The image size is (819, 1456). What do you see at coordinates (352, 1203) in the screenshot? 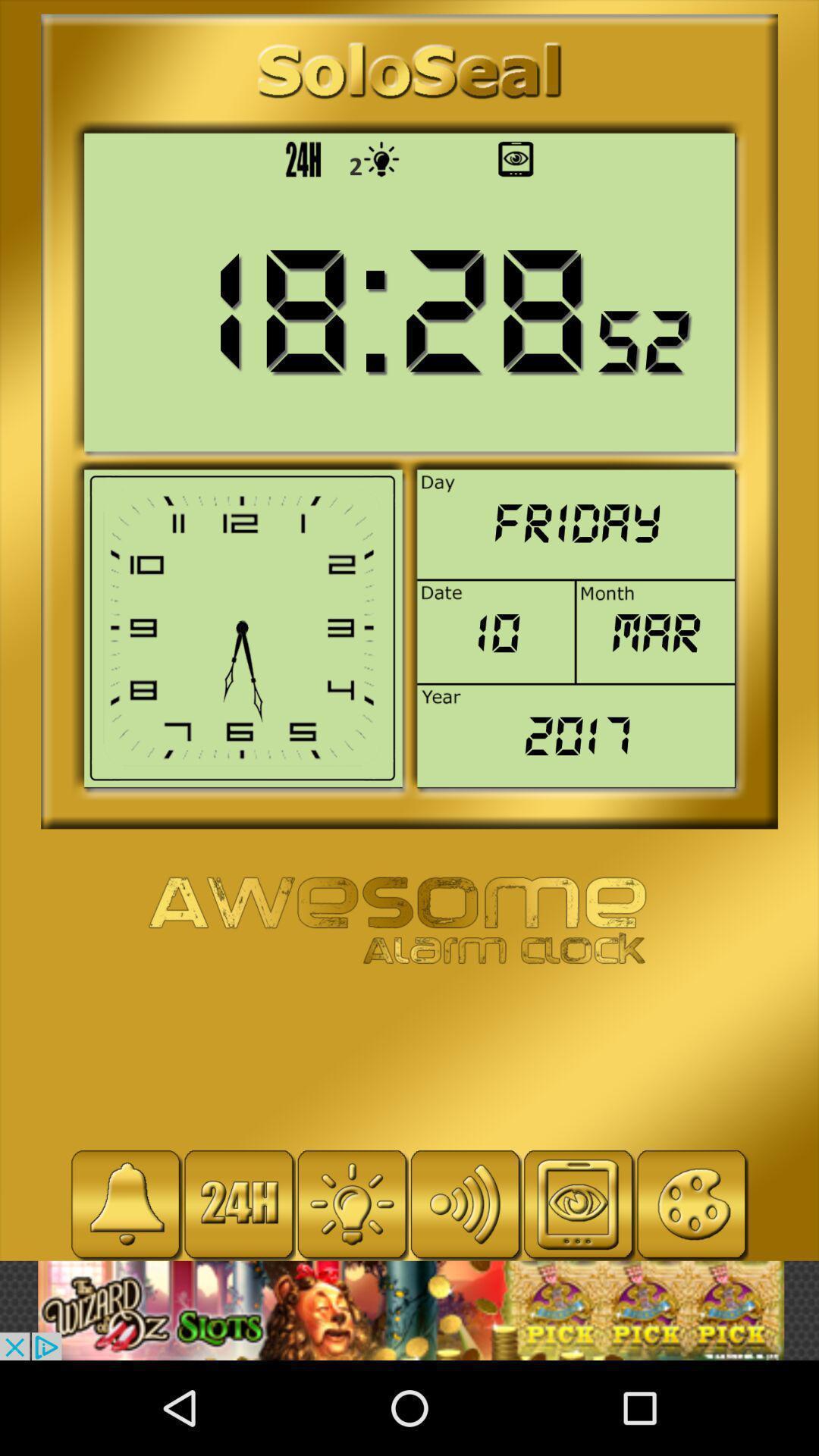
I see `a select option` at bounding box center [352, 1203].